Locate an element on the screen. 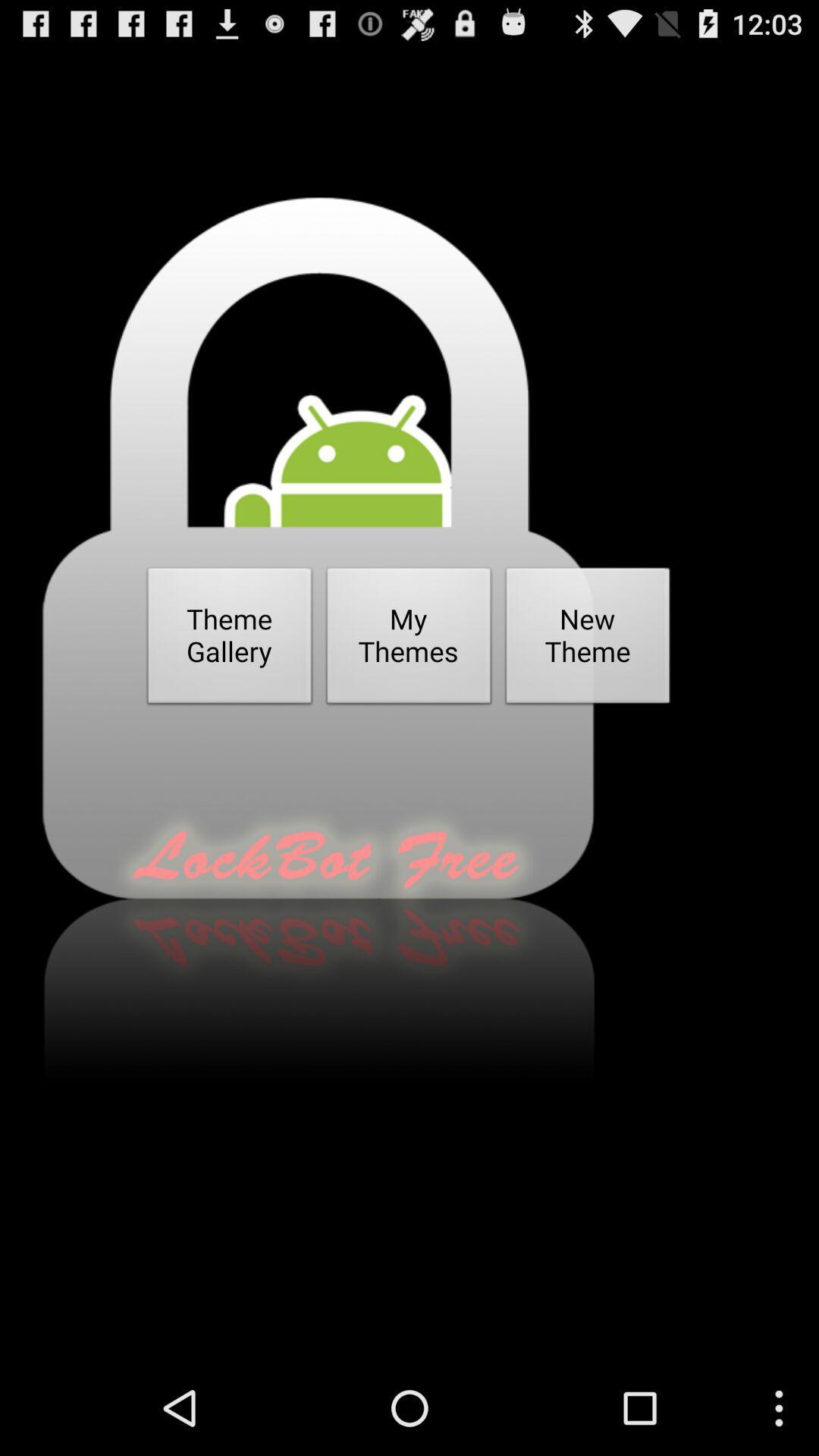  new theme item is located at coordinates (587, 640).